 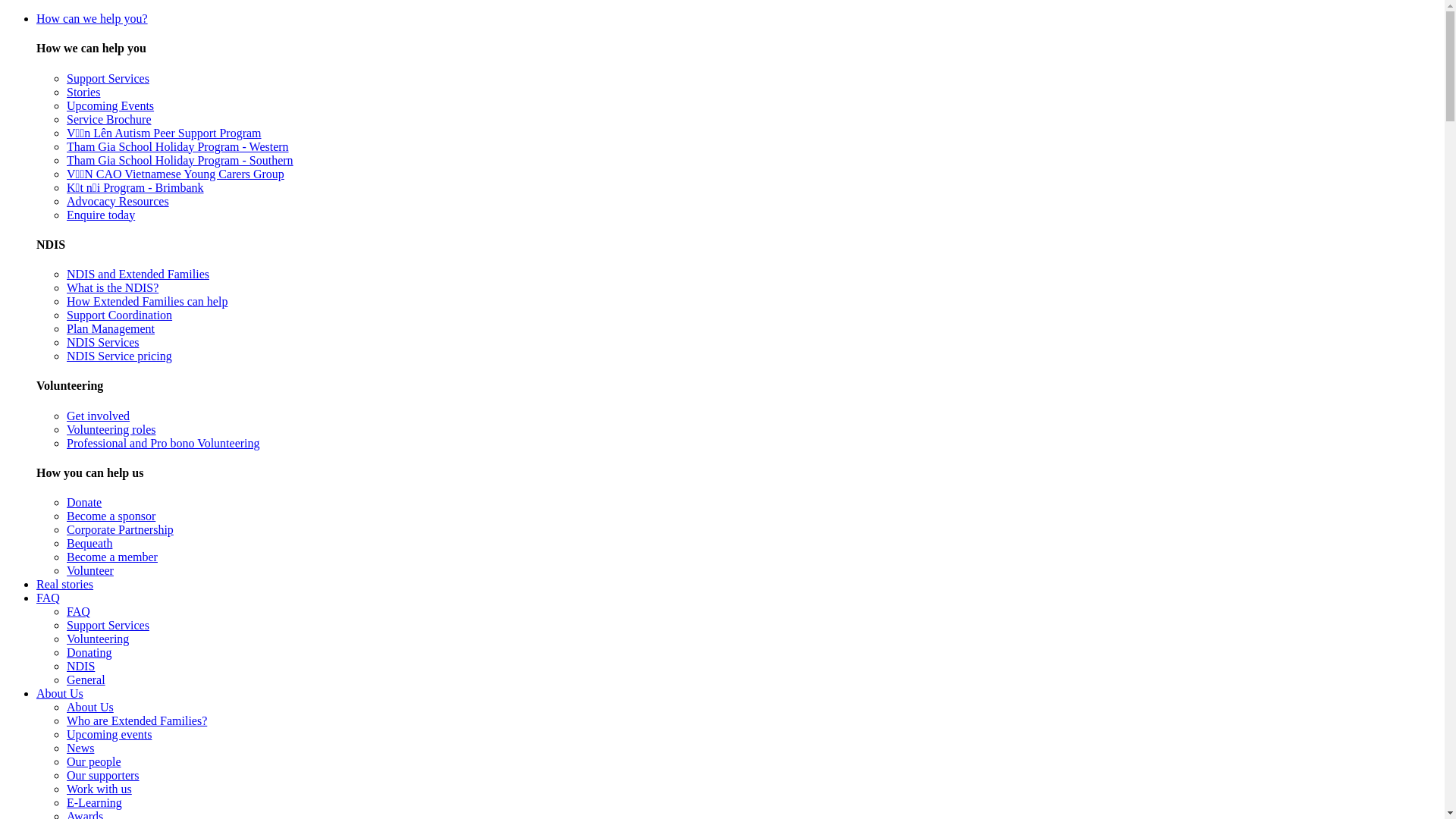 I want to click on 'Plan Management', so click(x=109, y=328).